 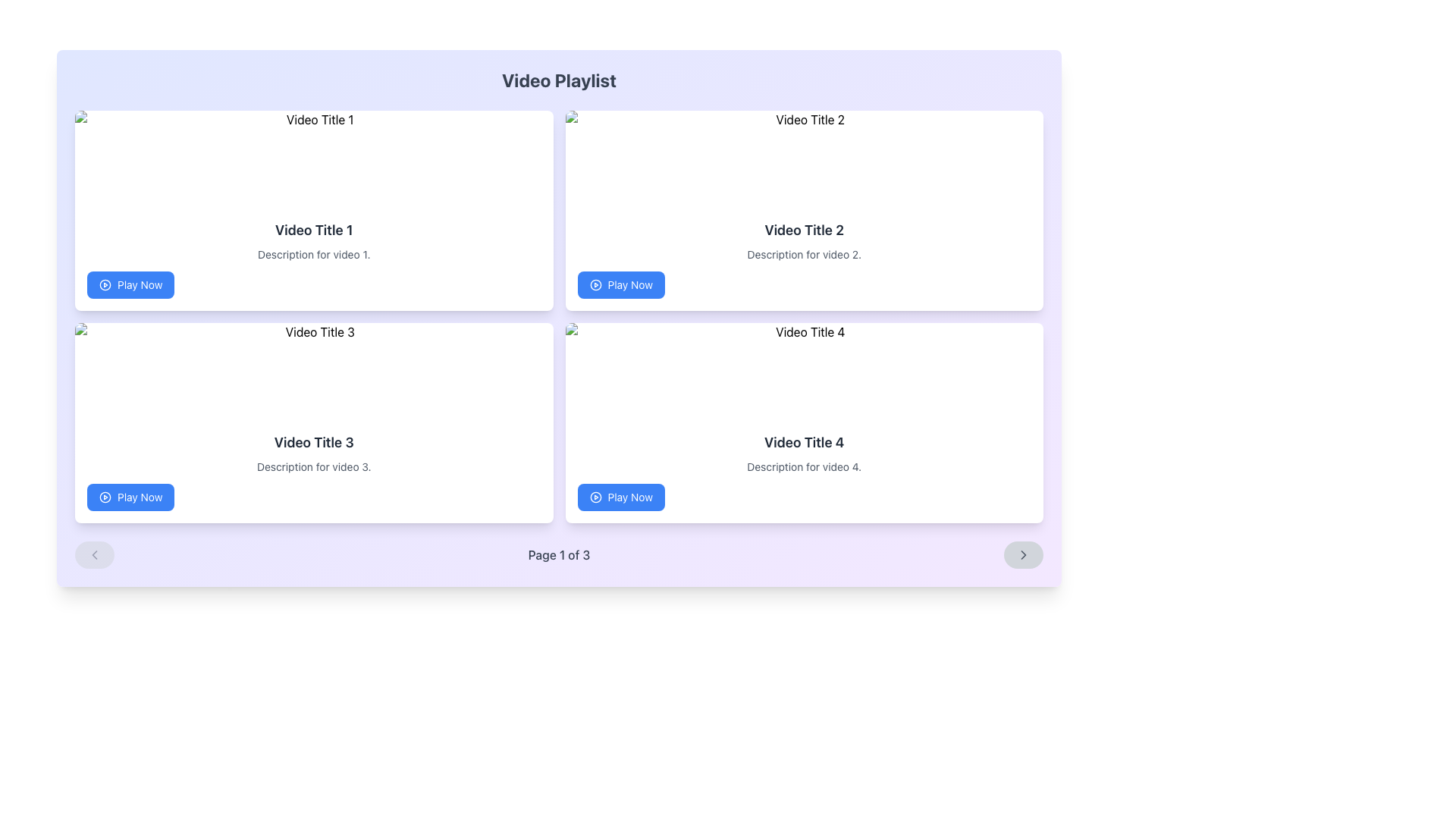 I want to click on the text label containing 'Description for video 1.' which is styled in gray and positioned below 'Video Title 1' within the card layout, so click(x=313, y=253).